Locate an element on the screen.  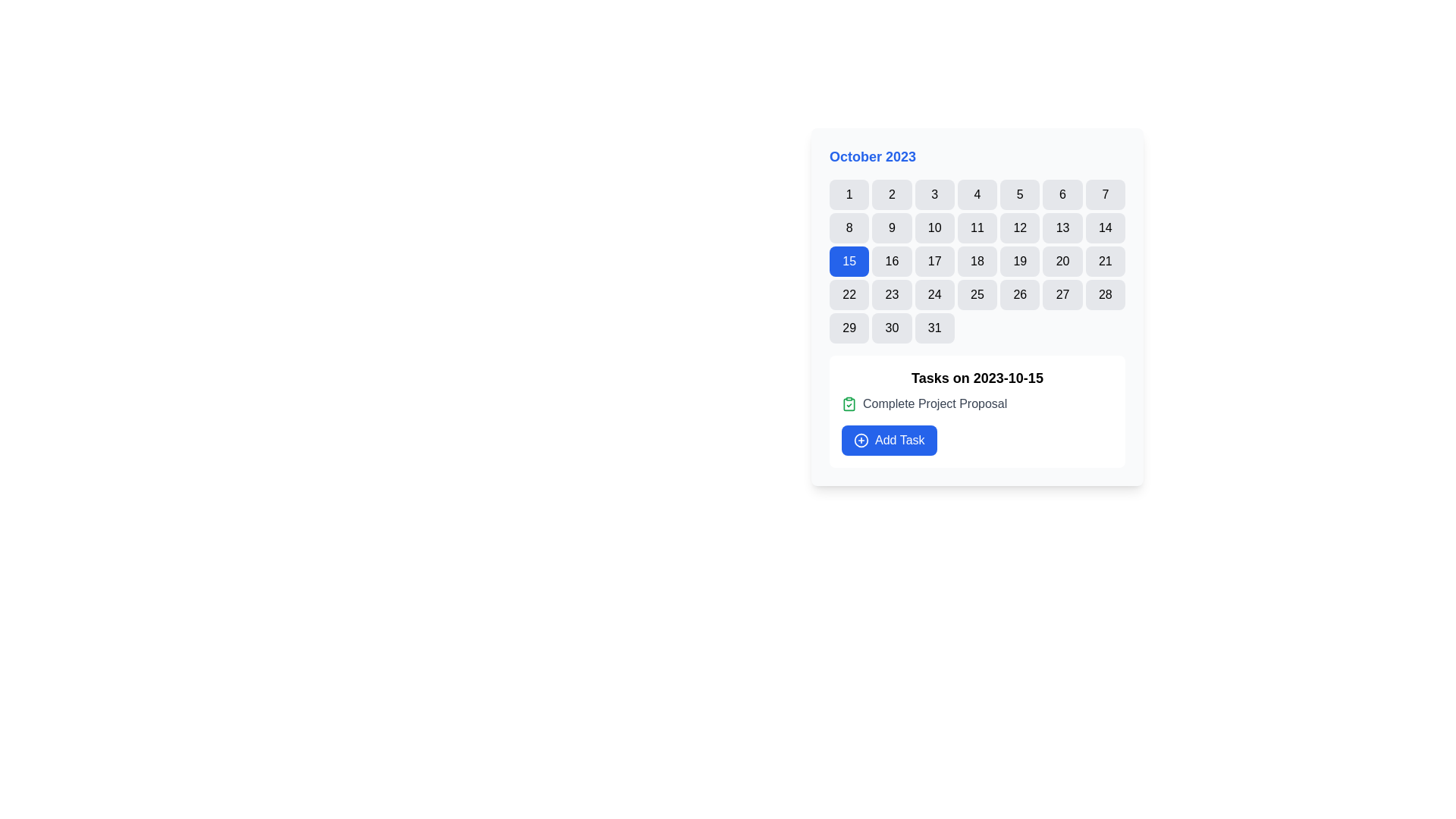
the square button with a light gray background displaying the number '3', located in the top row of the calendar grid is located at coordinates (934, 194).